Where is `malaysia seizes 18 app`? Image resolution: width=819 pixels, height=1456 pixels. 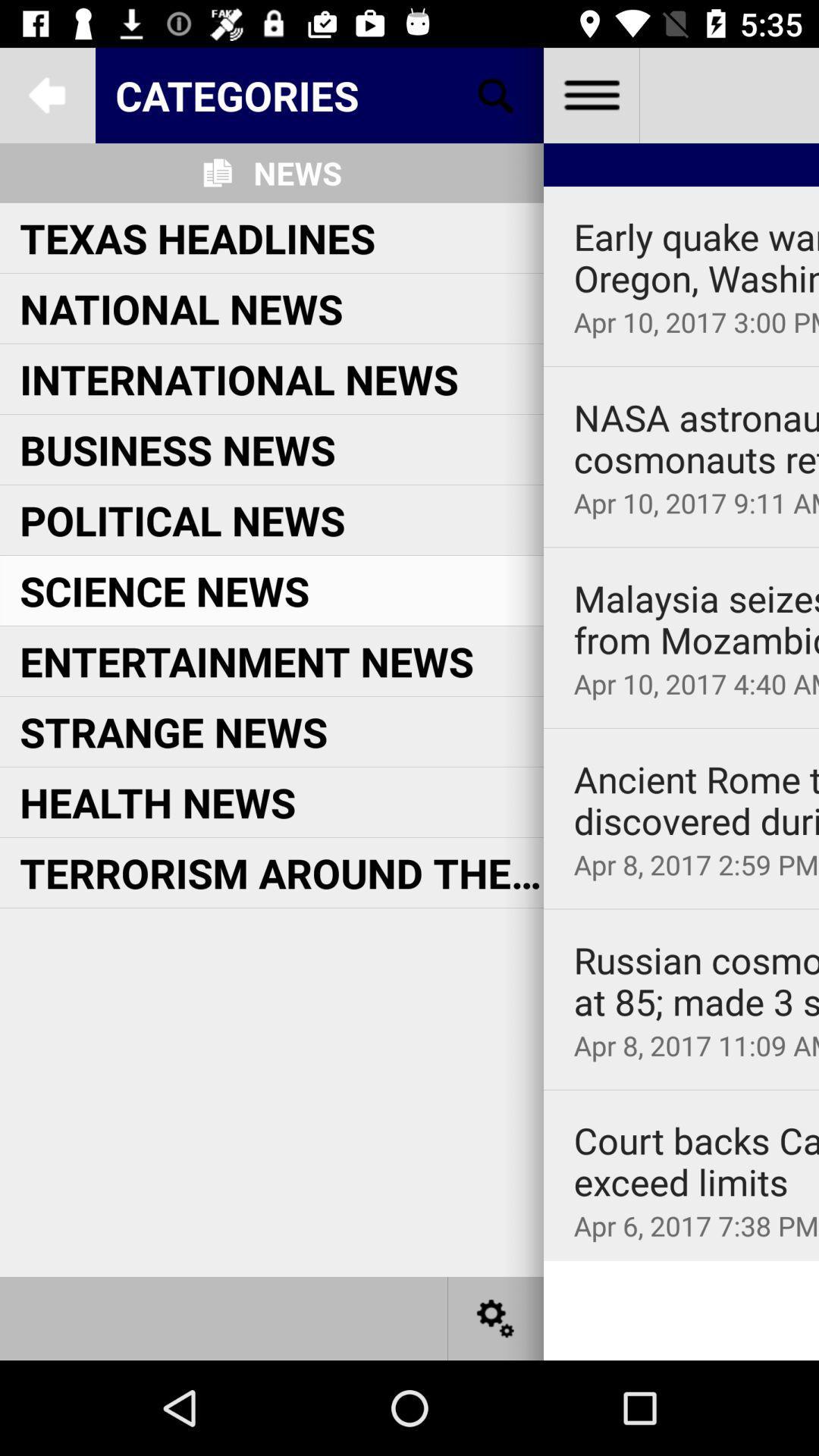
malaysia seizes 18 app is located at coordinates (696, 620).